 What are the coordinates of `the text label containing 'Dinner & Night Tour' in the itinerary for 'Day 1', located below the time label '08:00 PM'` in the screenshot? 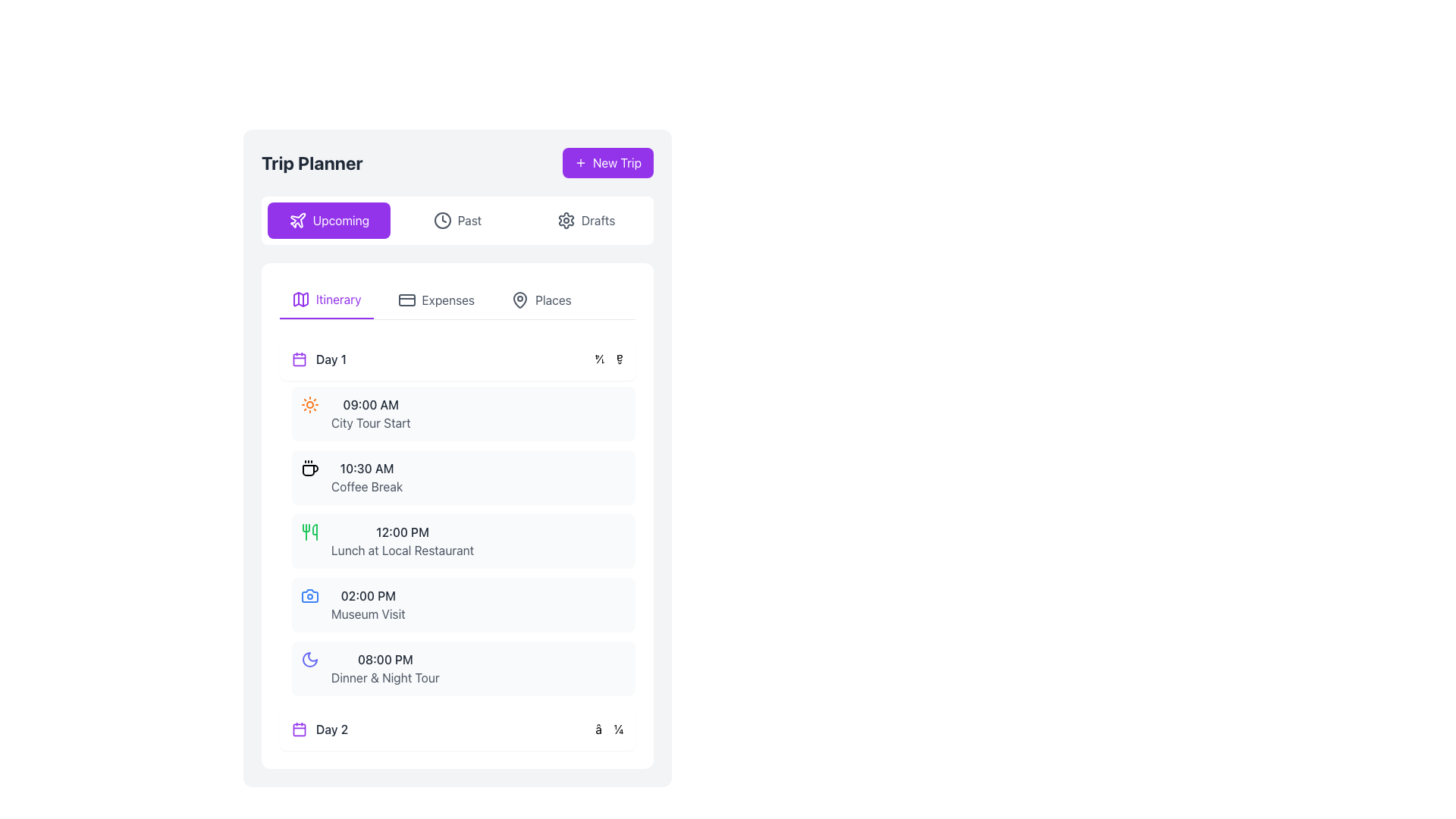 It's located at (385, 677).